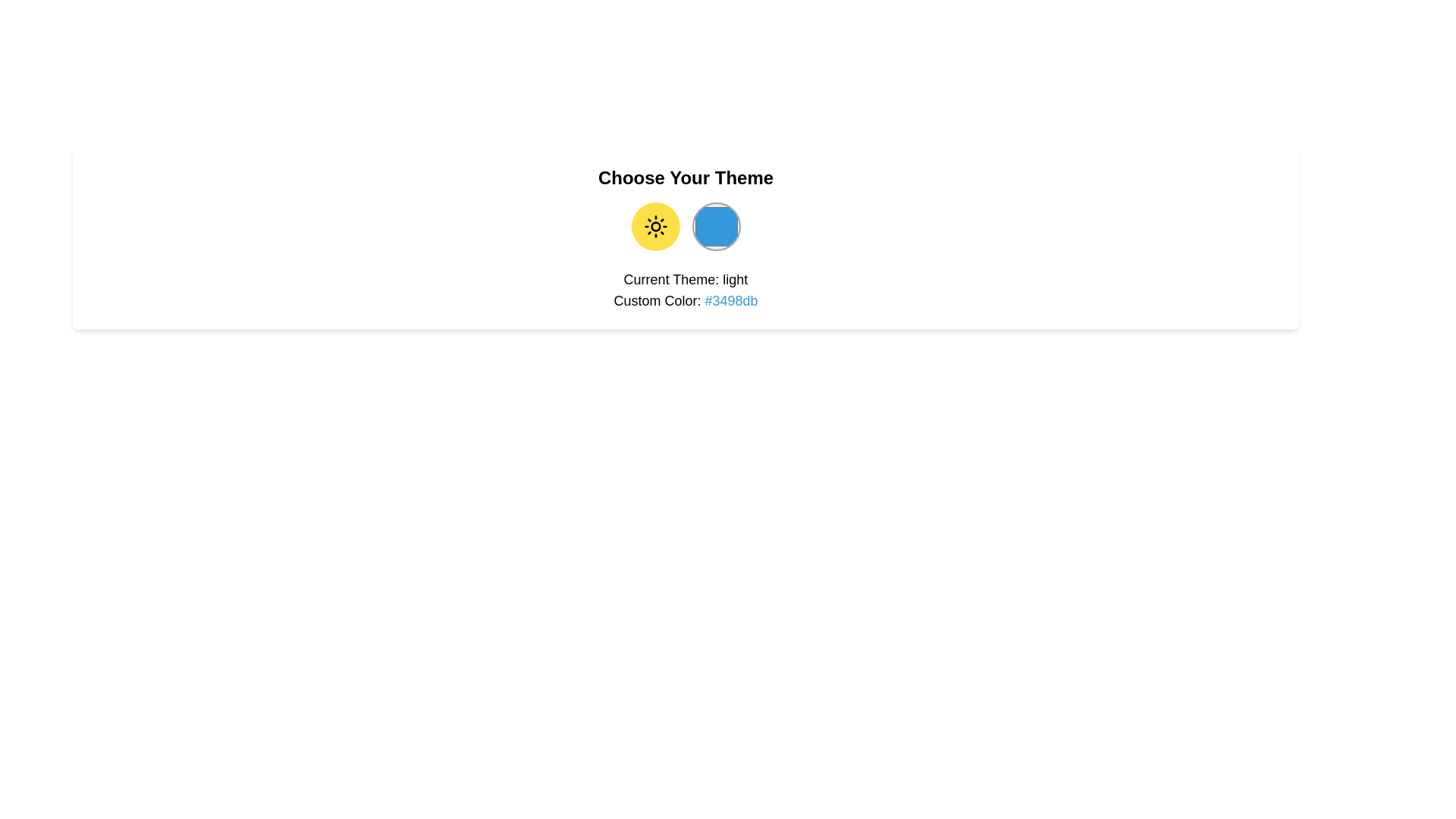 The image size is (1456, 819). What do you see at coordinates (715, 227) in the screenshot?
I see `the color picker to open the color selection dialog` at bounding box center [715, 227].